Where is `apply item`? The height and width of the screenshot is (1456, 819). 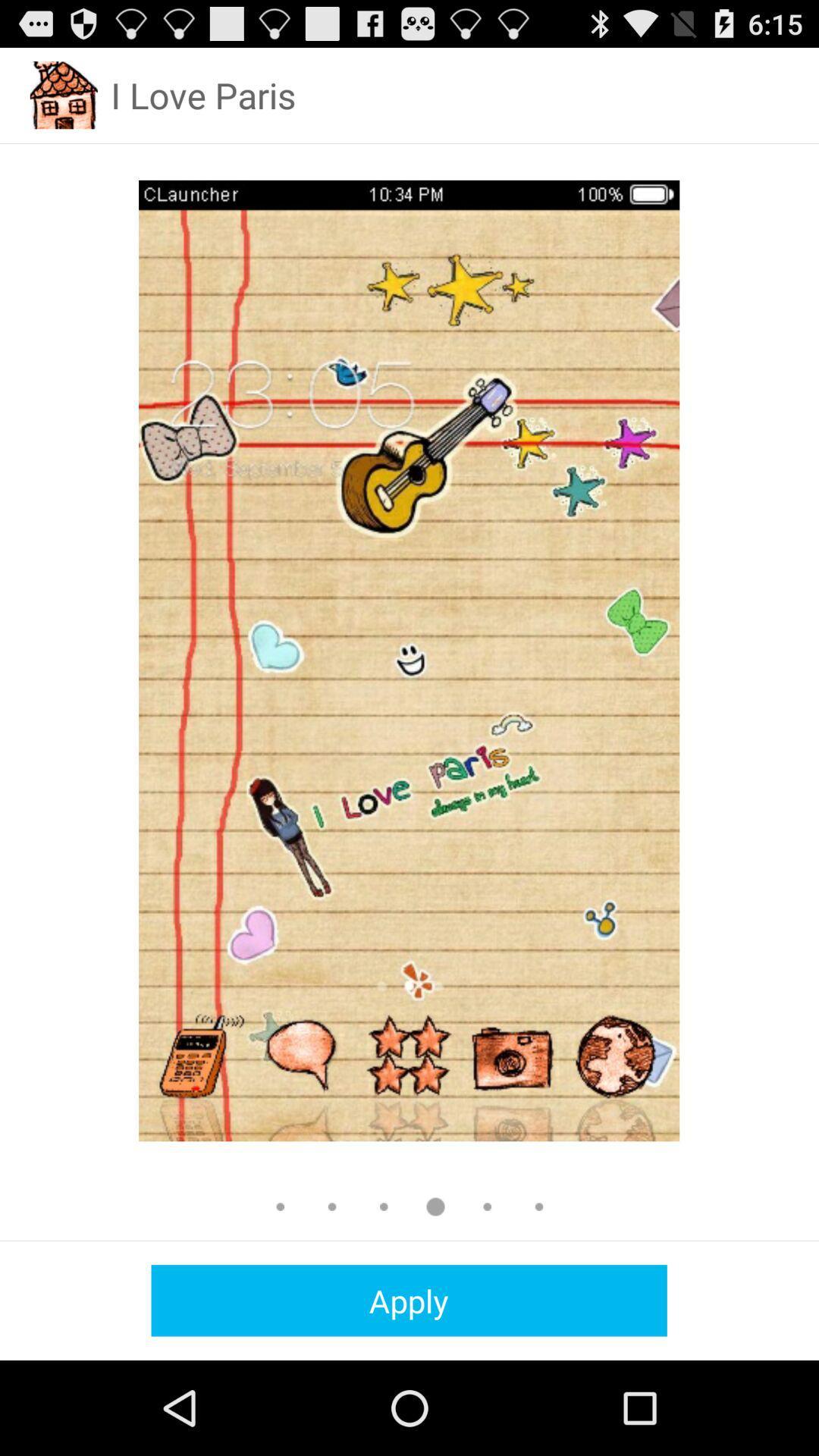 apply item is located at coordinates (408, 1300).